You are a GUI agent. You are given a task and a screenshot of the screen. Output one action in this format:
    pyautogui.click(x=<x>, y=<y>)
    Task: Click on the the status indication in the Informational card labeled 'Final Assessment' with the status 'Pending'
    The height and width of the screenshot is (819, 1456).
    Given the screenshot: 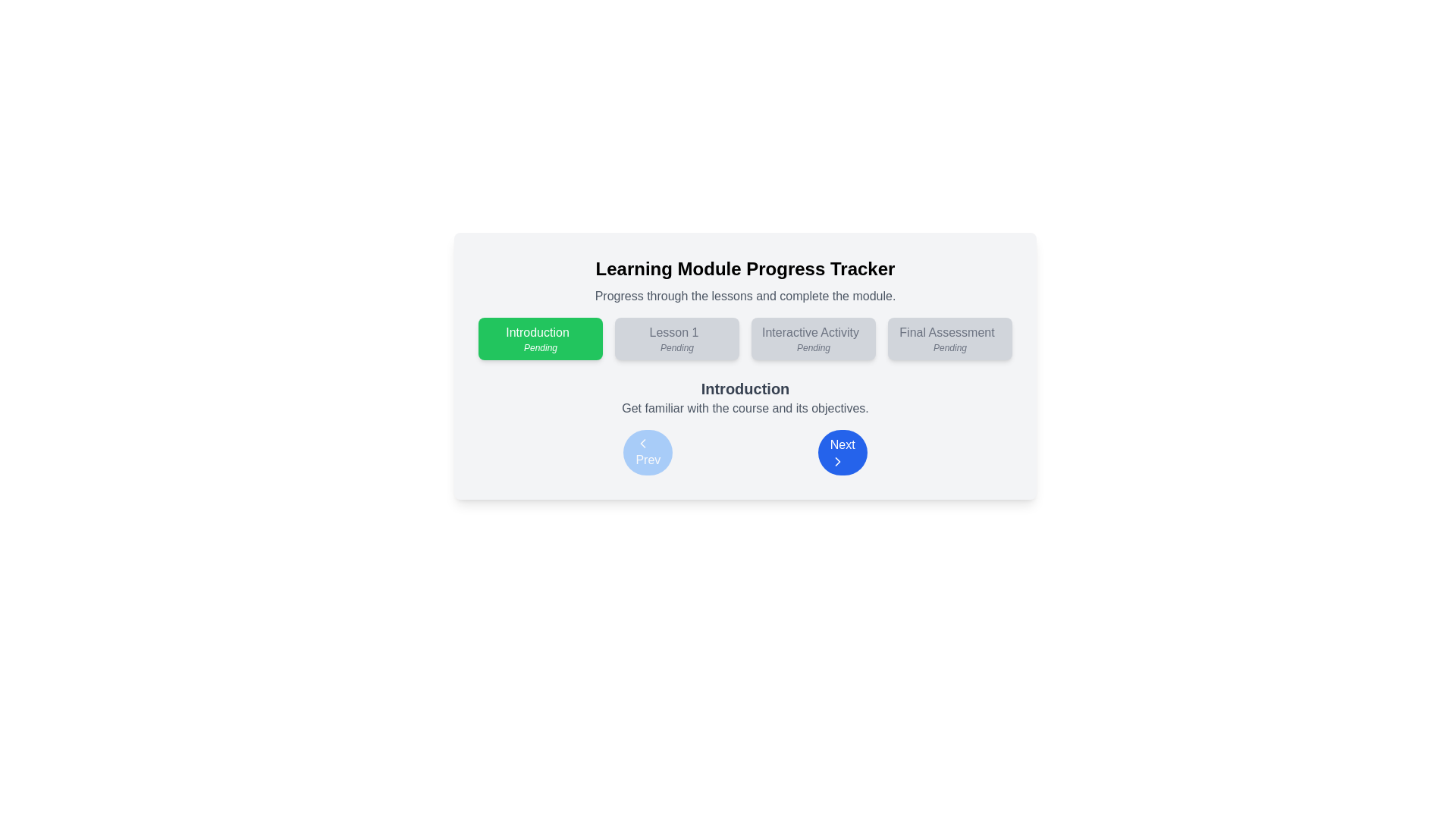 What is the action you would take?
    pyautogui.click(x=949, y=338)
    